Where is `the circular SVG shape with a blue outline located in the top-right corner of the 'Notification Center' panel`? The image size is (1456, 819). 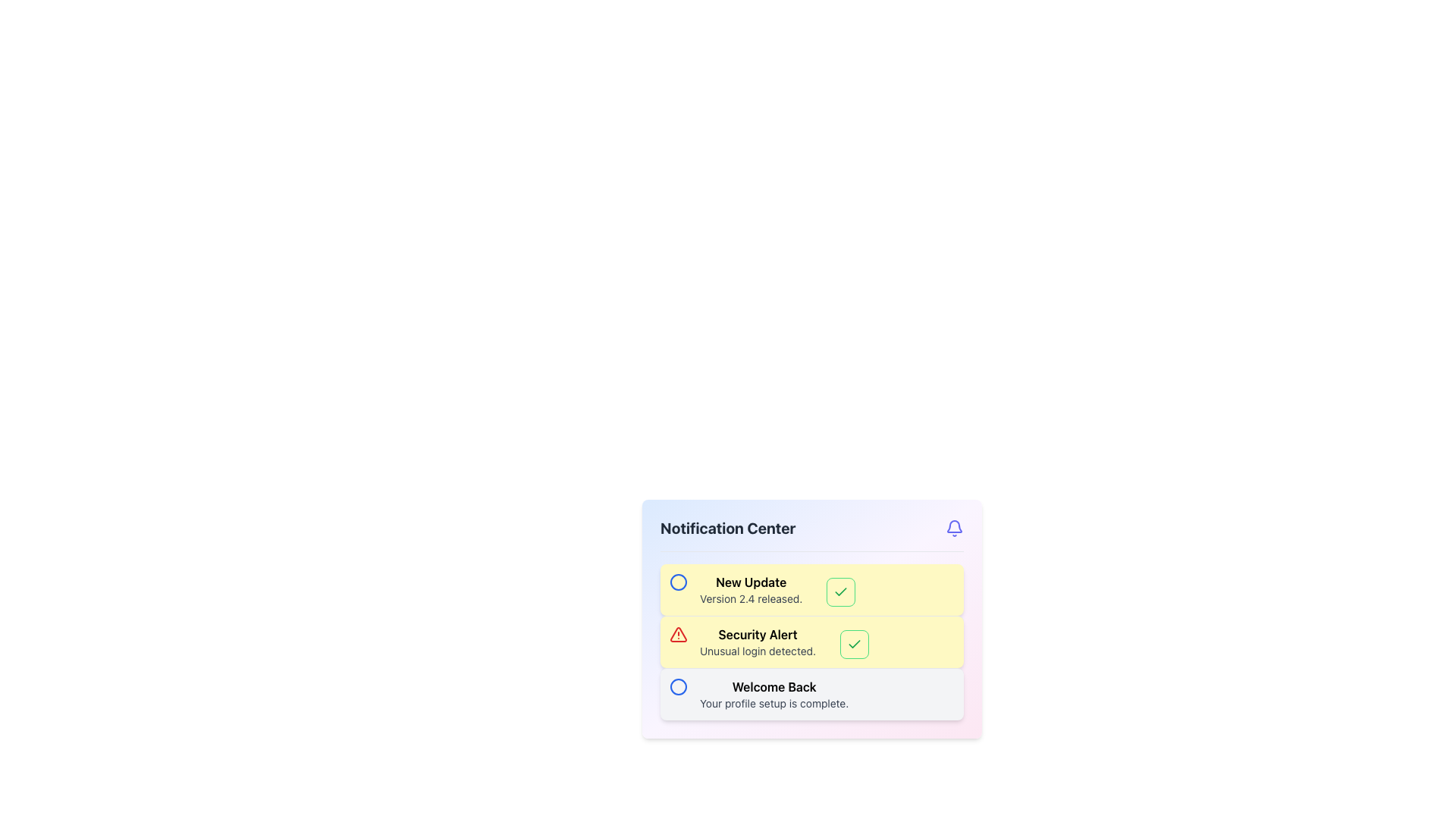
the circular SVG shape with a blue outline located in the top-right corner of the 'Notification Center' panel is located at coordinates (677, 581).